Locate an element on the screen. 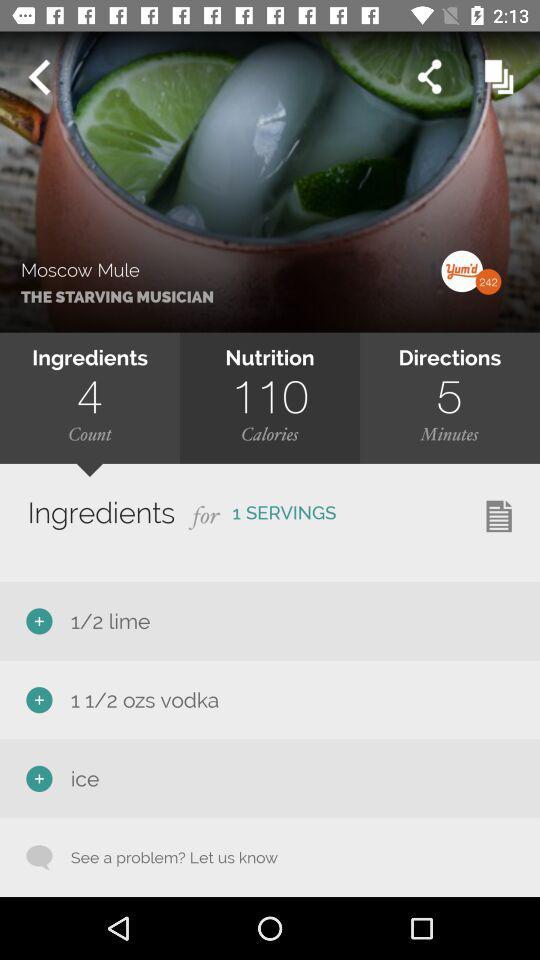 The height and width of the screenshot is (960, 540). the share icon is located at coordinates (428, 77).